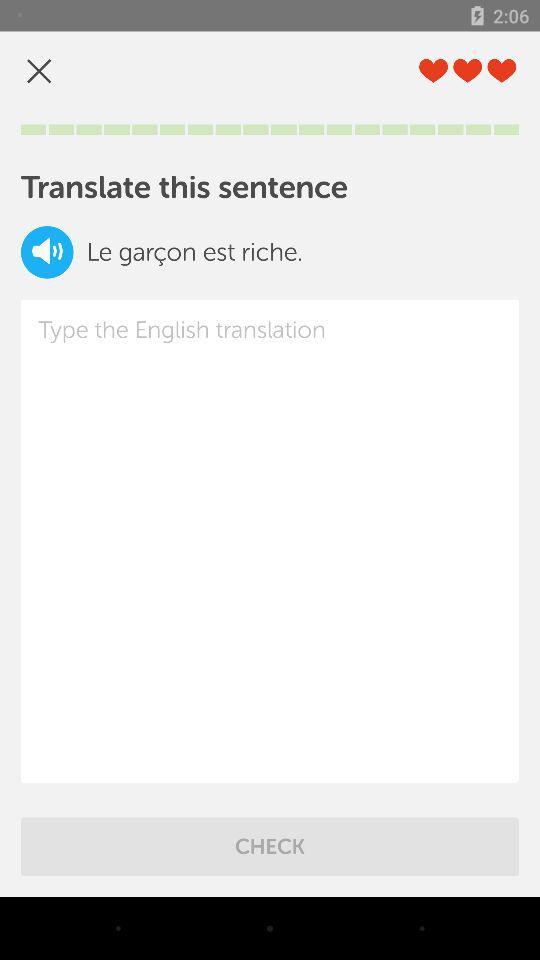  Describe the element at coordinates (47, 251) in the screenshot. I see `item below the translate this sentence item` at that location.